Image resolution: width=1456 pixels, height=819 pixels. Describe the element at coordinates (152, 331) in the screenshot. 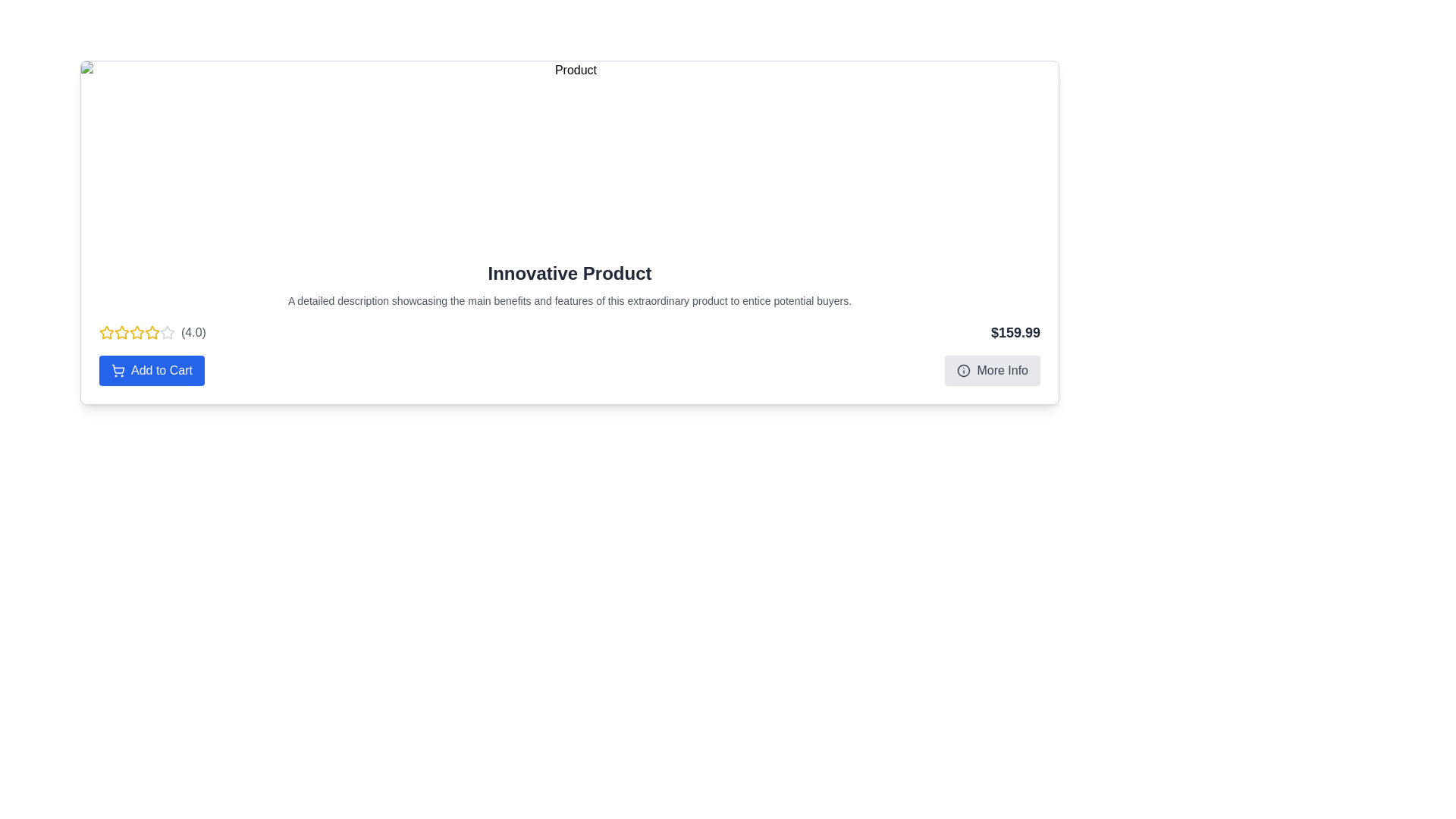

I see `the third star` at that location.